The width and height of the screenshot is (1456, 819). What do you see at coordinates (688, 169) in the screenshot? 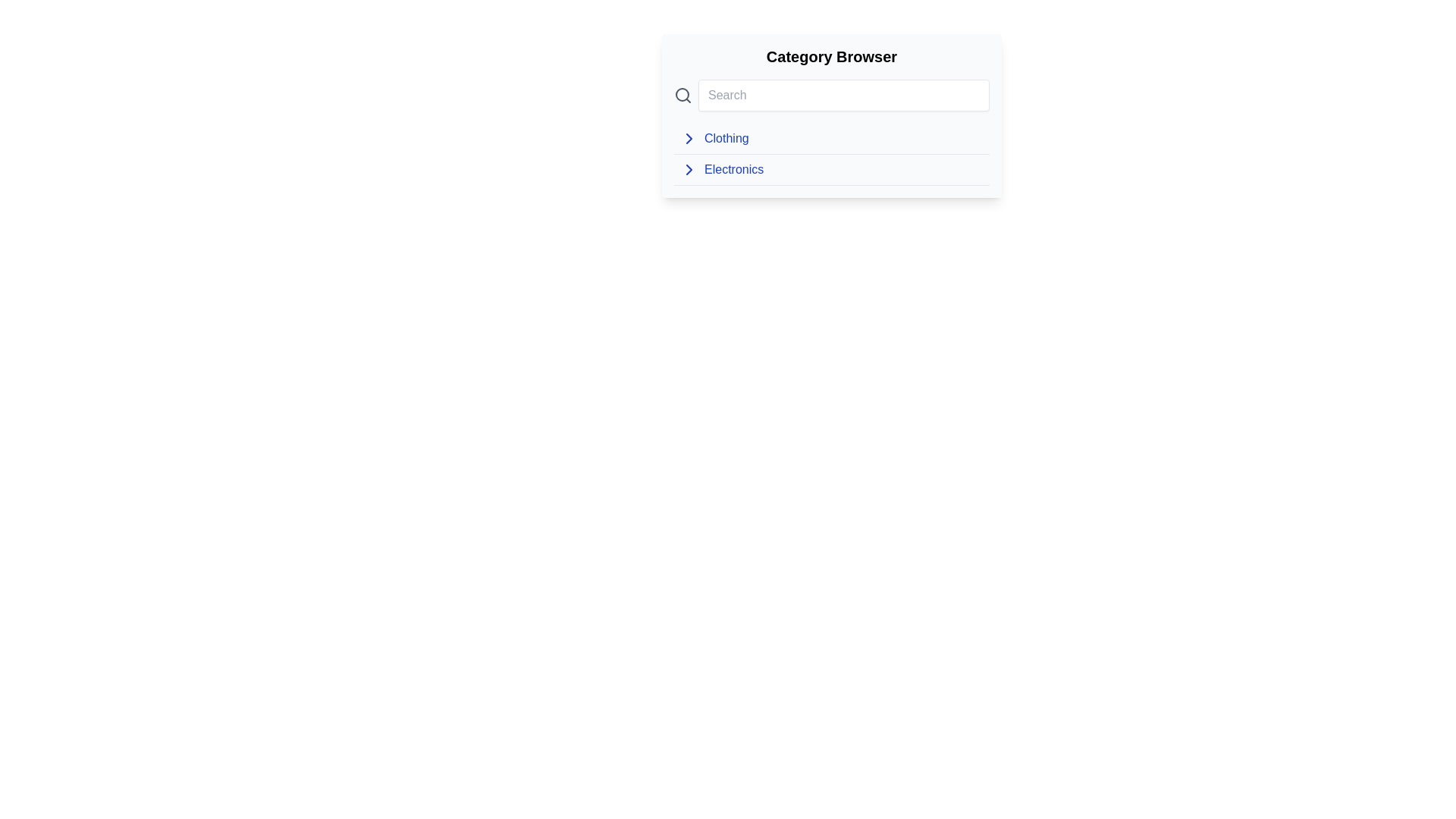
I see `the visual indicator icon that signifies the 'Electronics' category's drill-down structure, located immediately to the left of the 'Electronics' text item` at bounding box center [688, 169].